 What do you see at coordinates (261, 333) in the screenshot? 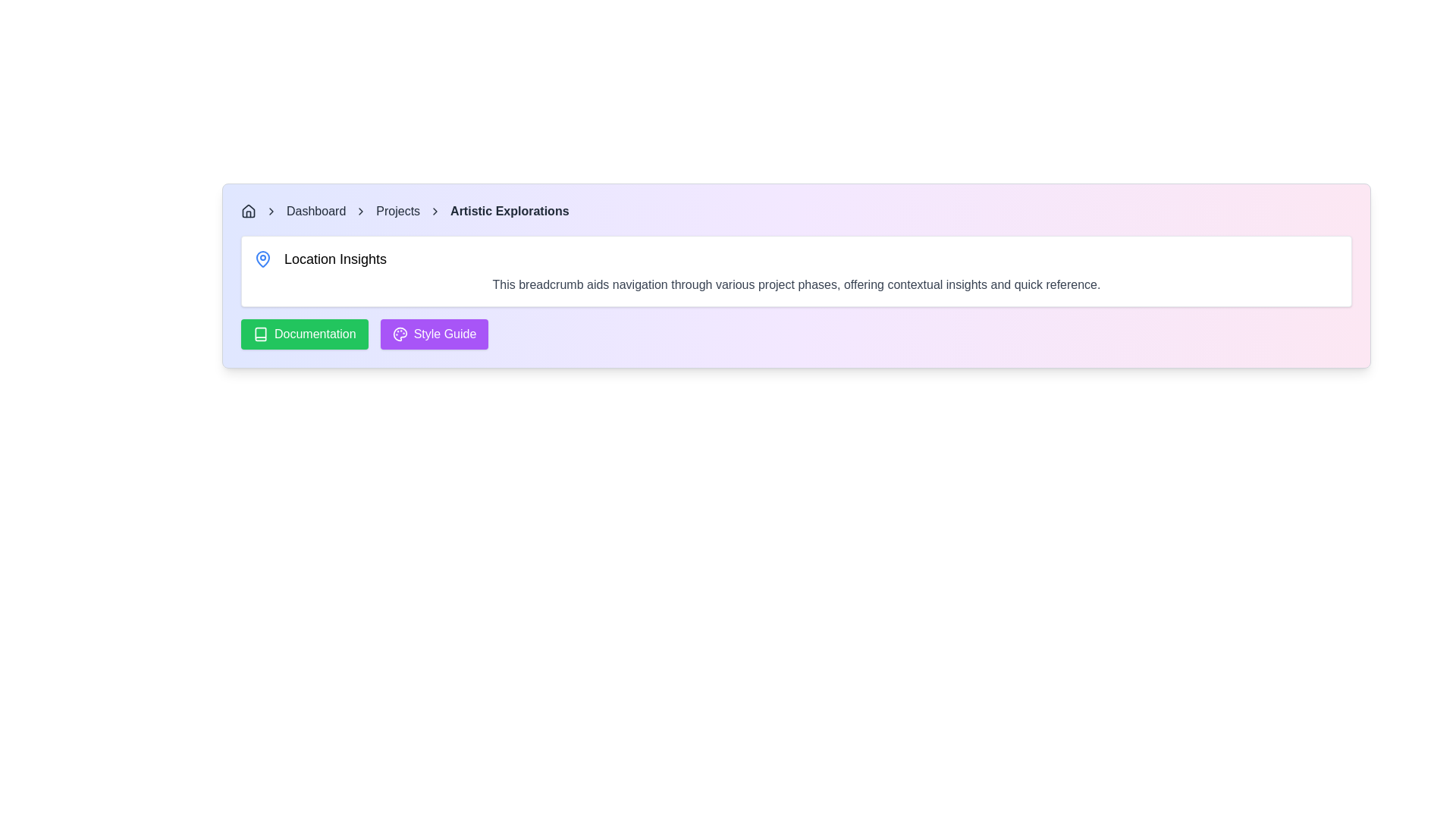
I see `the SVG-based graphical illustration of the book icon within the 'Documentation' button in the UI dashboard` at bounding box center [261, 333].